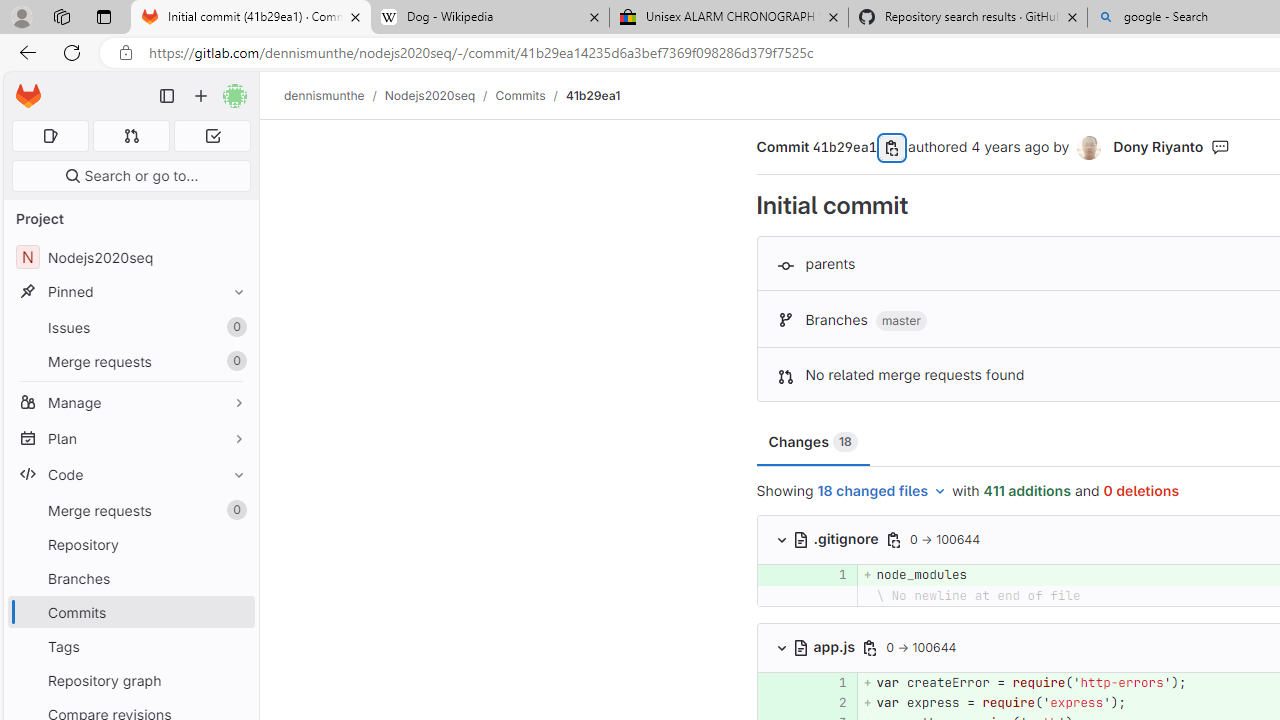 Image resolution: width=1280 pixels, height=720 pixels. Describe the element at coordinates (130, 256) in the screenshot. I see `'NNodejs2020seq'` at that location.